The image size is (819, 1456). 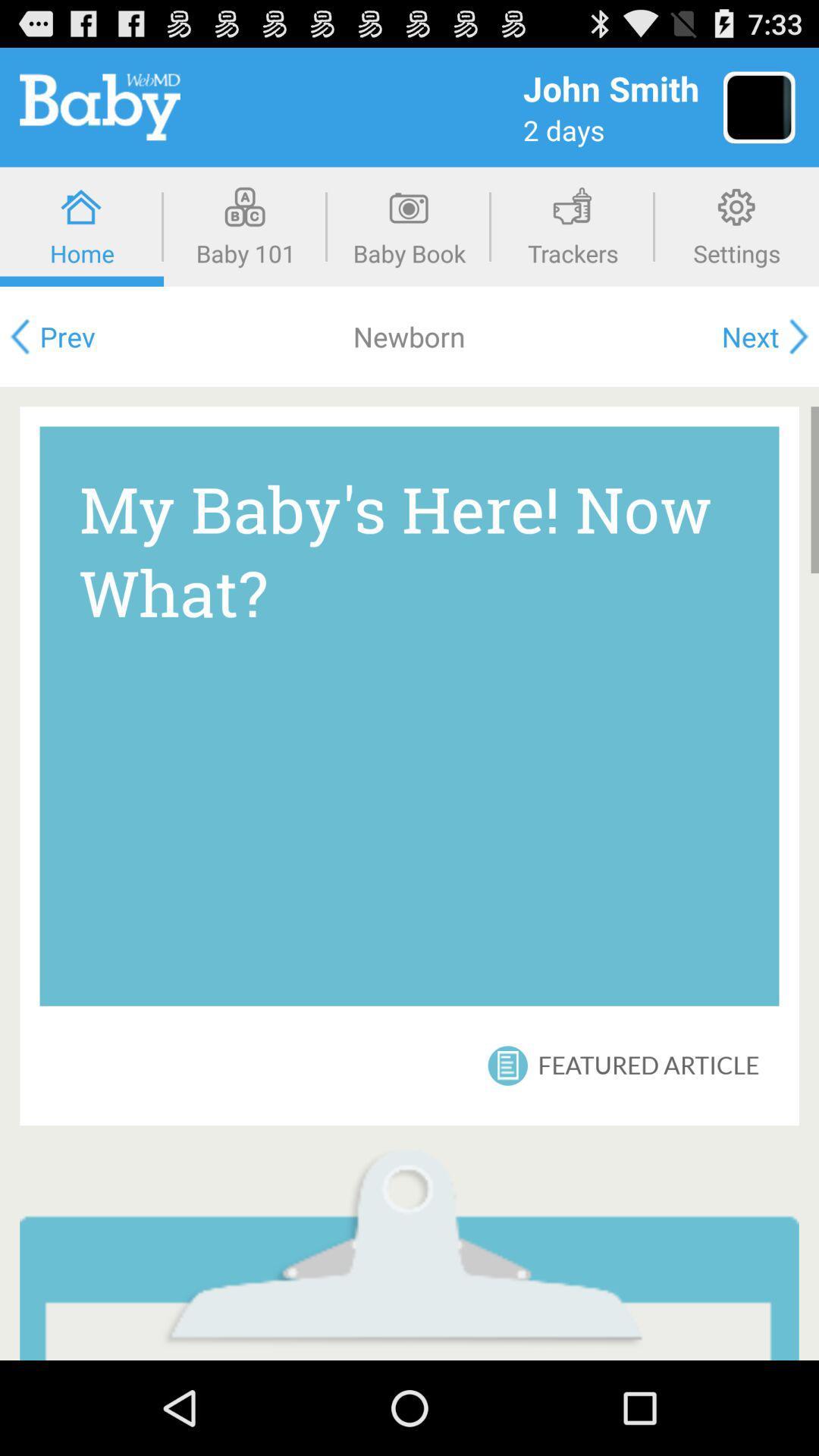 I want to click on the my baby s item, so click(x=409, y=715).